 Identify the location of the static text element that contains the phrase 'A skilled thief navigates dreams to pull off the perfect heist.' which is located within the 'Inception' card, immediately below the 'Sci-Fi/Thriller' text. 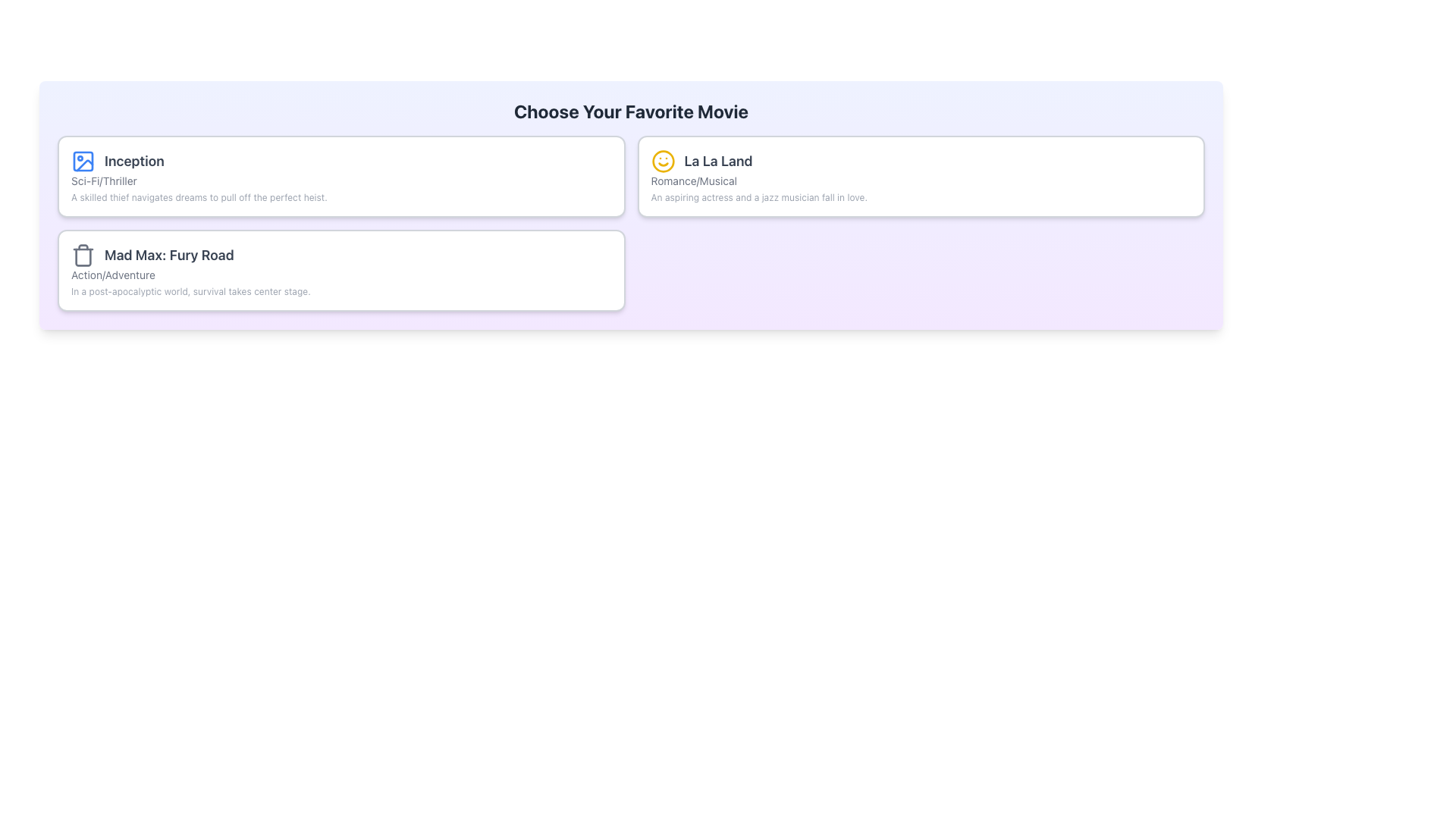
(198, 197).